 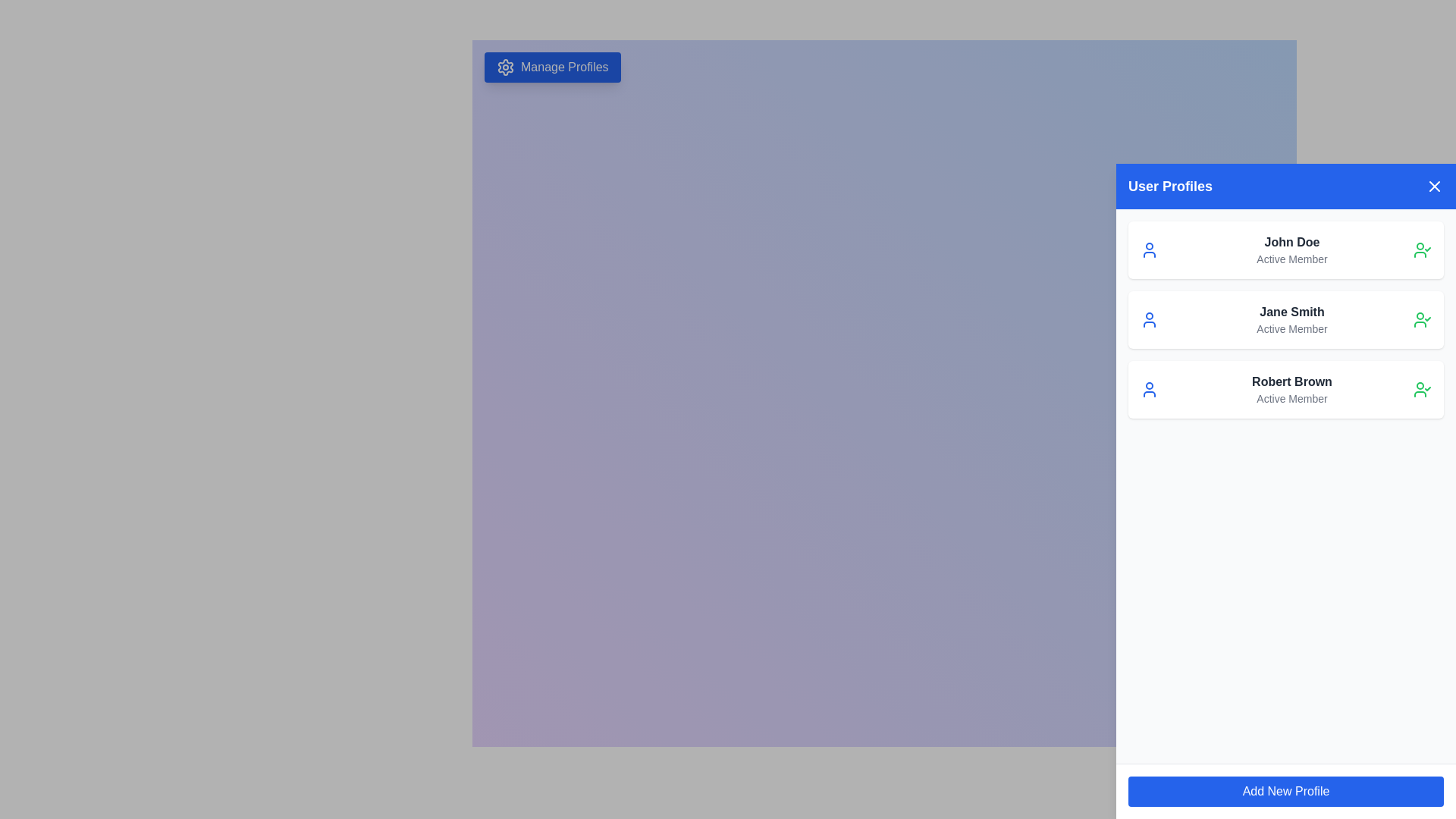 I want to click on the gear icon located within the 'Manage Profiles' button at the top-left corner of the interface, so click(x=506, y=66).